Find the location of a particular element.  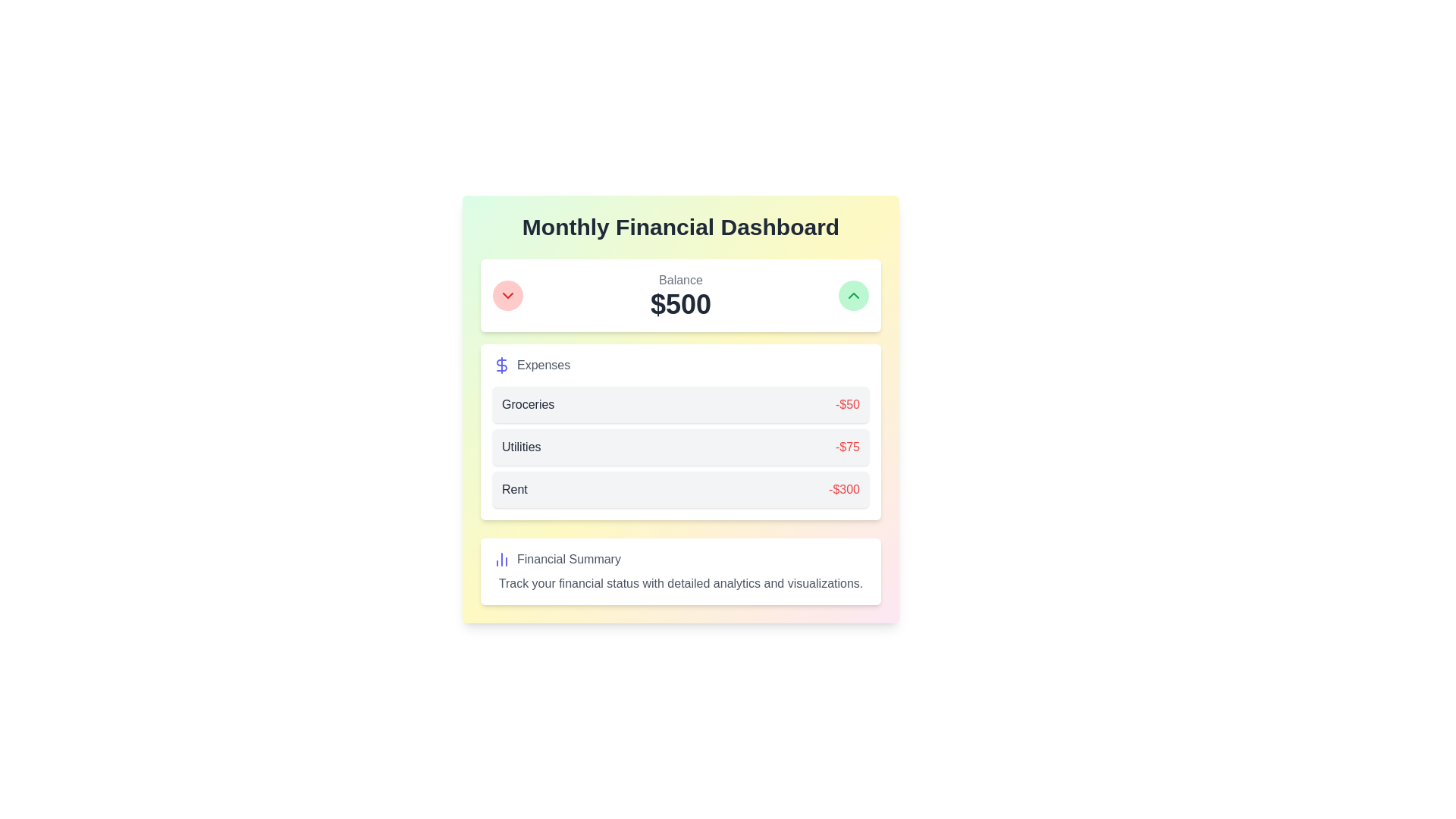

the 'Balance' label, which is styled in gray and positioned above the '$500' text in the financial dashboard is located at coordinates (679, 281).